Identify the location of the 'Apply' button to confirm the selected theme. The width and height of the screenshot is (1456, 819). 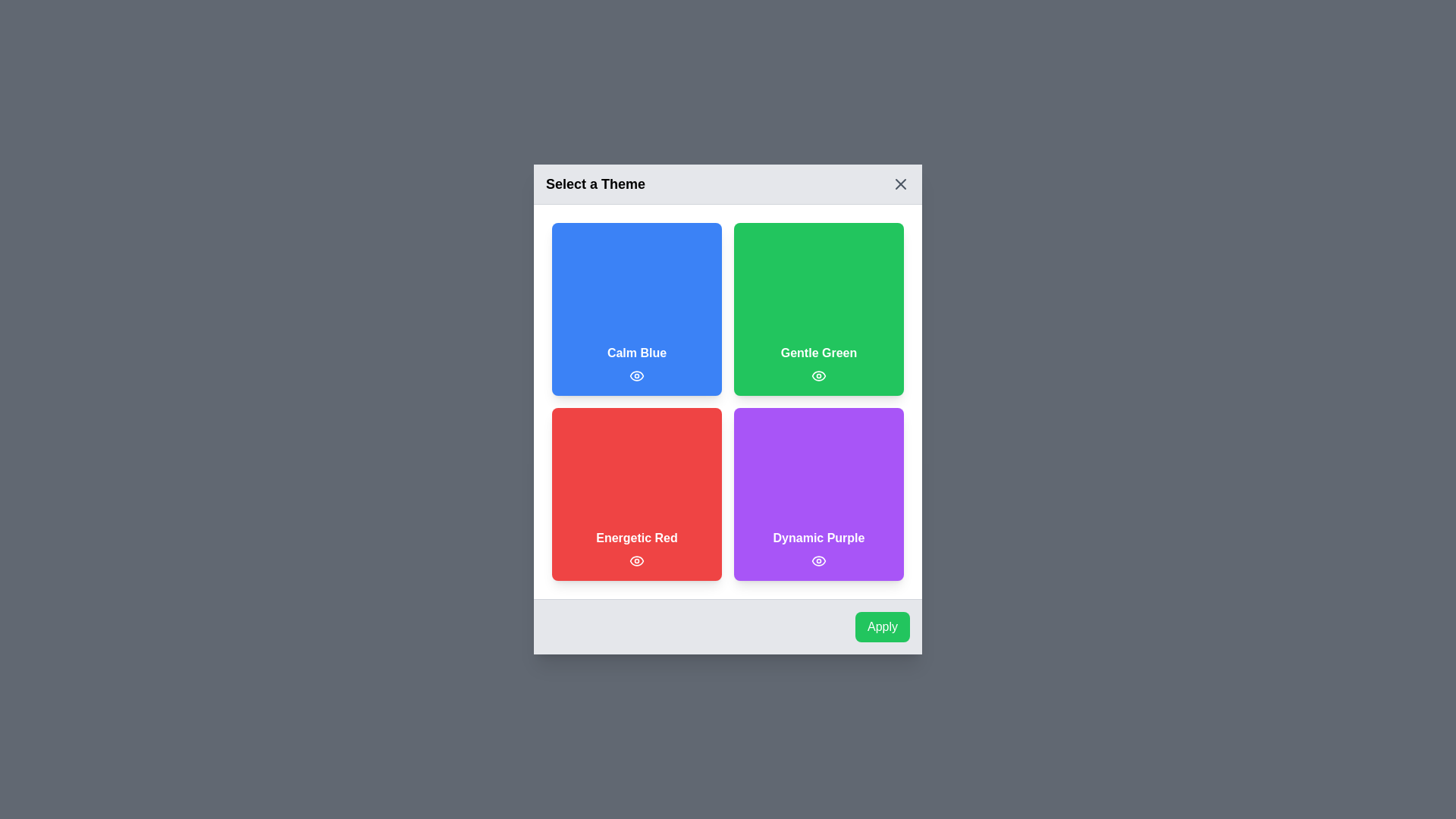
(882, 626).